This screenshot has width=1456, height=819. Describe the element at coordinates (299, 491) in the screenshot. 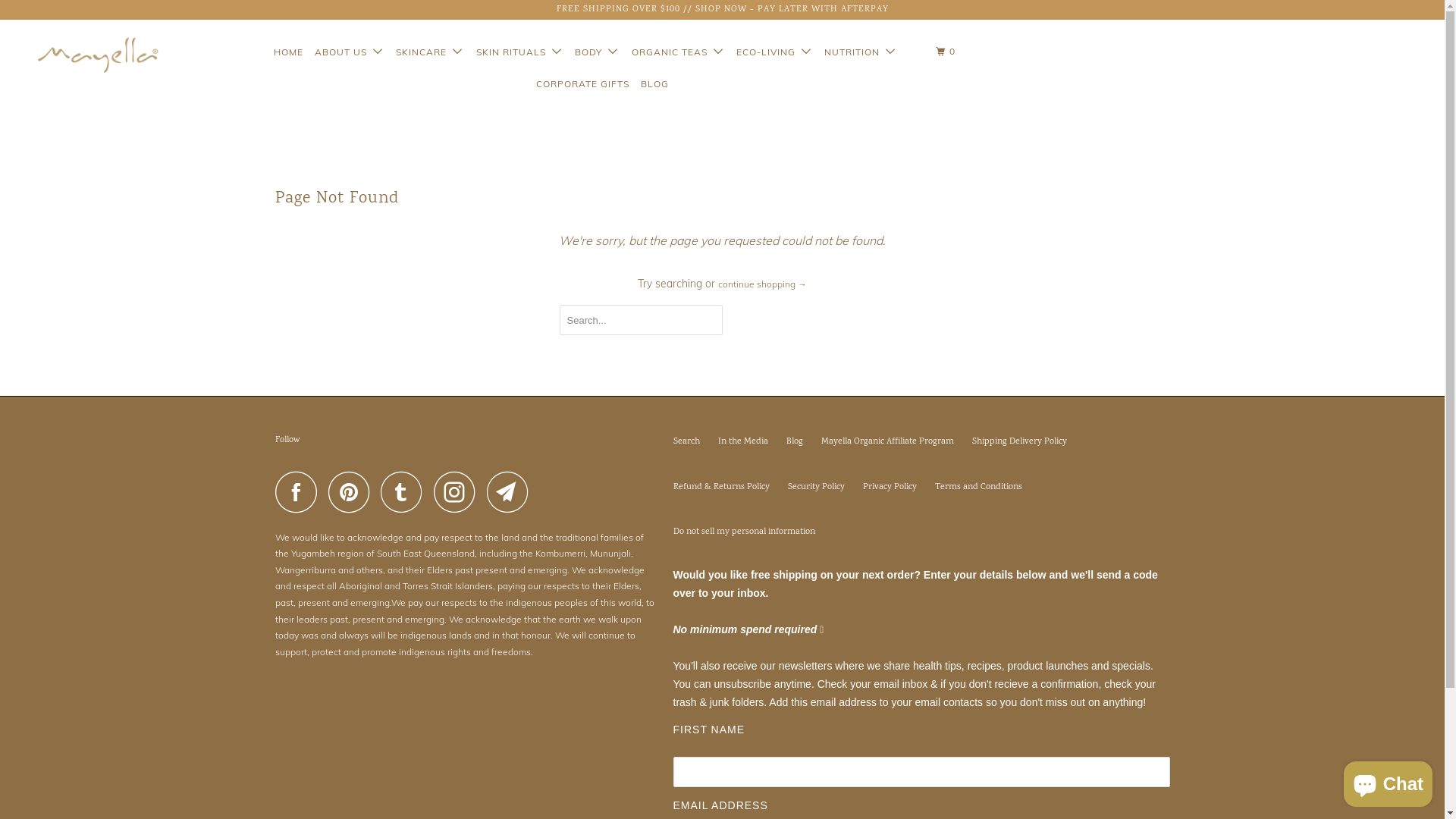

I see `'Mayella Organics on Facebook'` at that location.